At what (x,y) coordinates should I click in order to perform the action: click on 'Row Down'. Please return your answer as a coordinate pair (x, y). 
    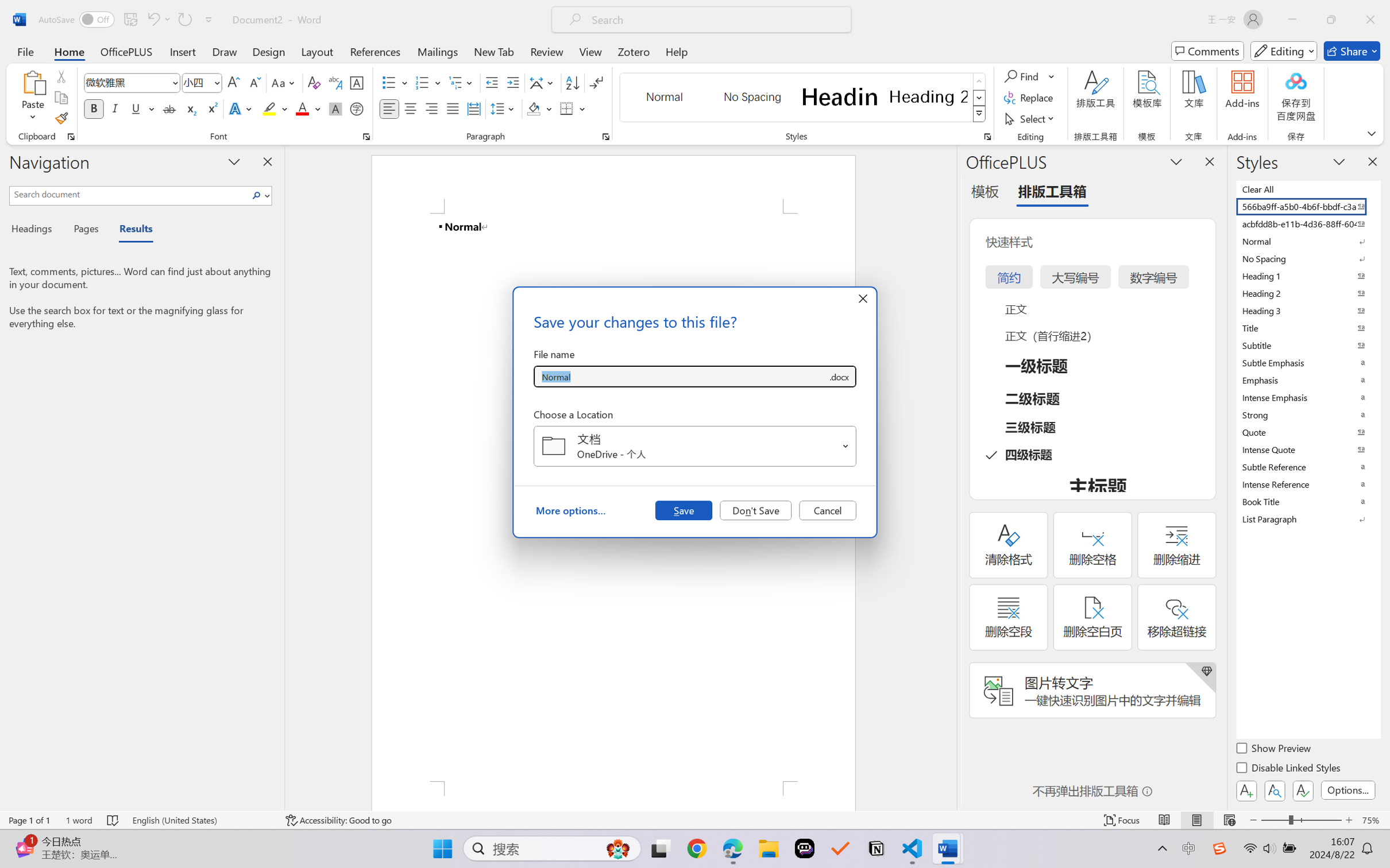
    Looking at the image, I should click on (978, 98).